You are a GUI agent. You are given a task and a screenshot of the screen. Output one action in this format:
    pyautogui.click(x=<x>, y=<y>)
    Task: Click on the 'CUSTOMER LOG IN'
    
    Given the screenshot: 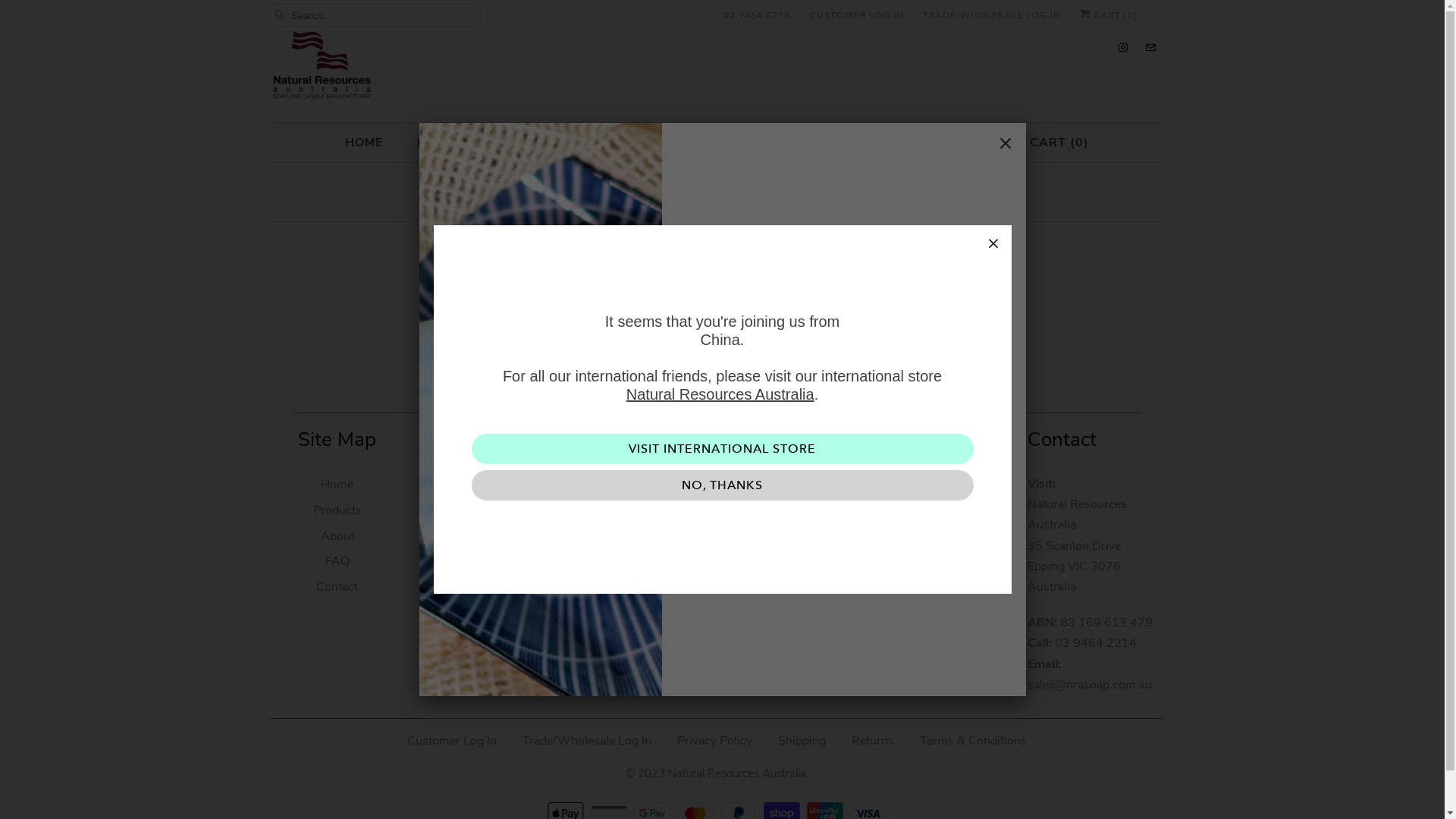 What is the action you would take?
    pyautogui.click(x=856, y=14)
    